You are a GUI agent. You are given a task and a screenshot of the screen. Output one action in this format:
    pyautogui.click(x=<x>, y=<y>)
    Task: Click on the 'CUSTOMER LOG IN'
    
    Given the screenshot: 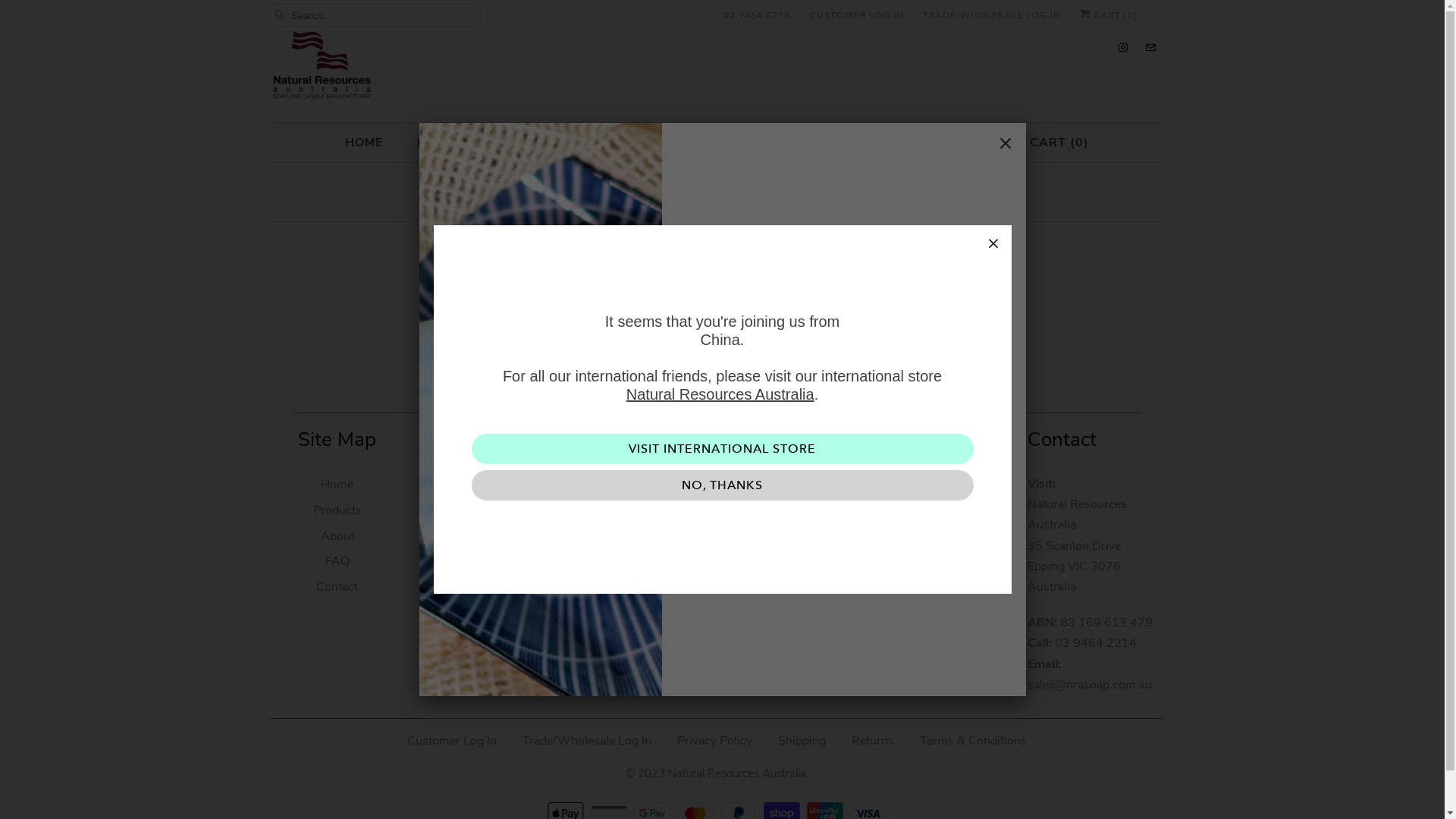 What is the action you would take?
    pyautogui.click(x=856, y=14)
    